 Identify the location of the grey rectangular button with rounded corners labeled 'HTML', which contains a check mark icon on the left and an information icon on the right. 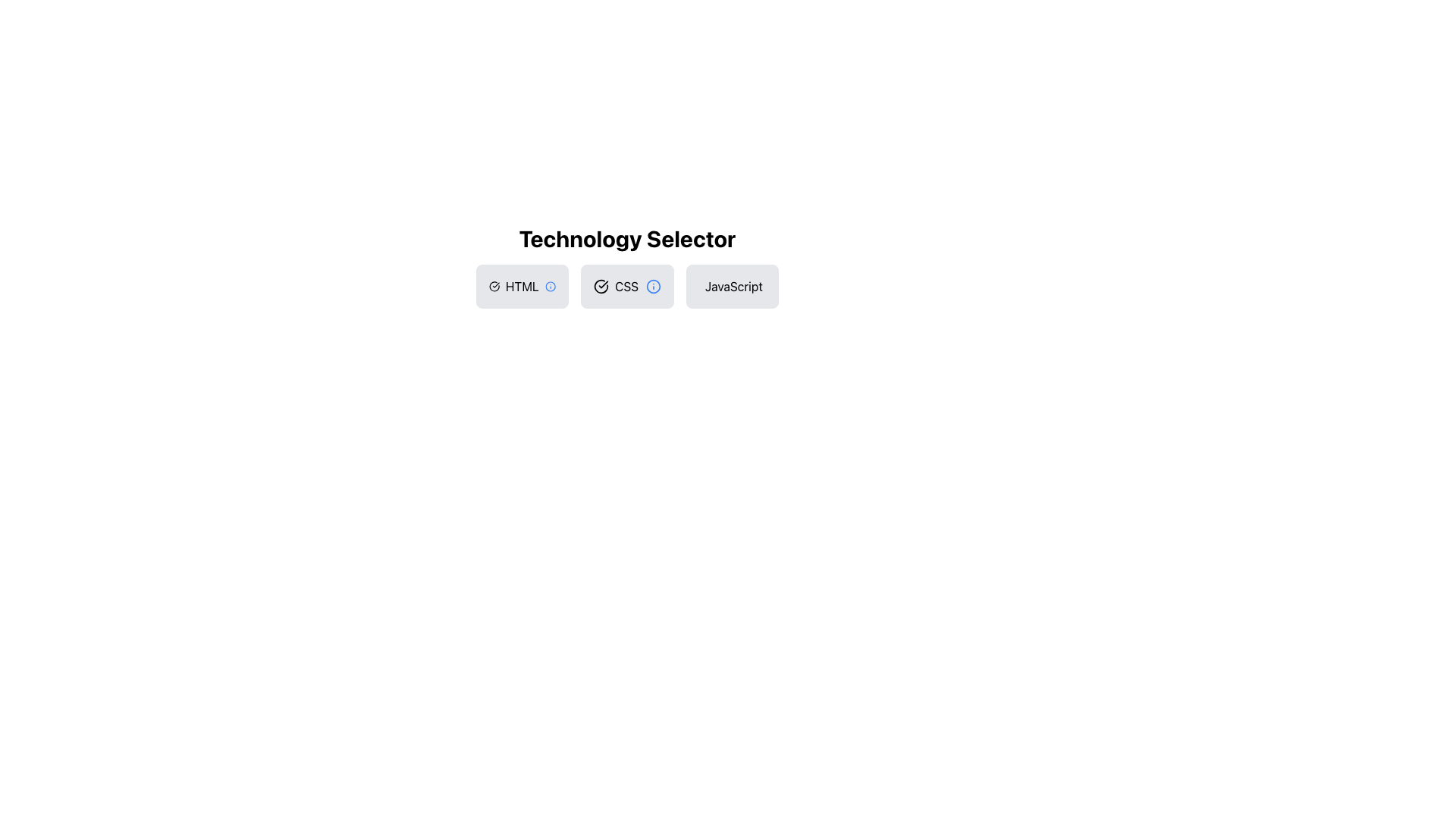
(522, 287).